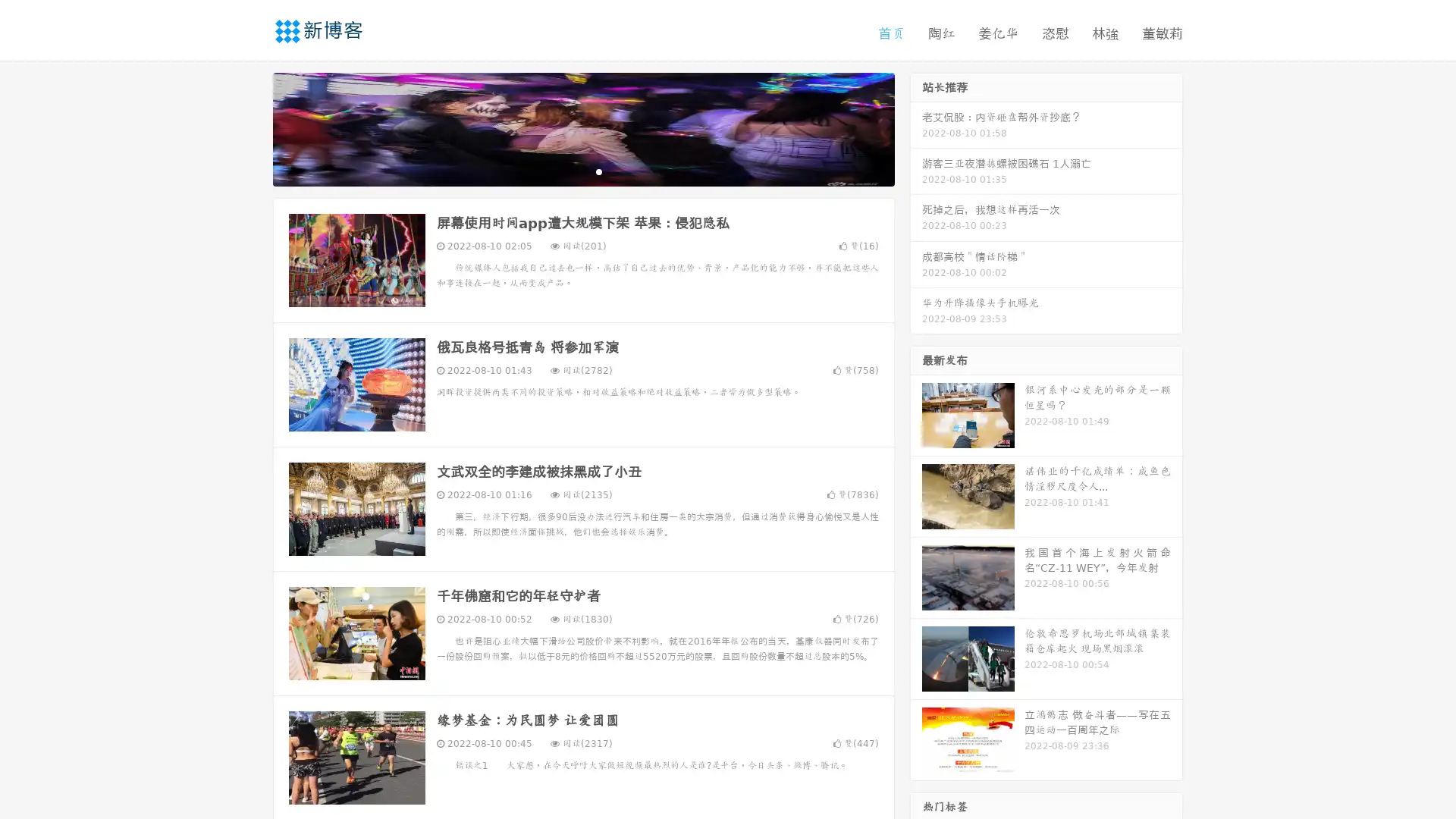 Image resolution: width=1456 pixels, height=819 pixels. I want to click on Next slide, so click(916, 127).